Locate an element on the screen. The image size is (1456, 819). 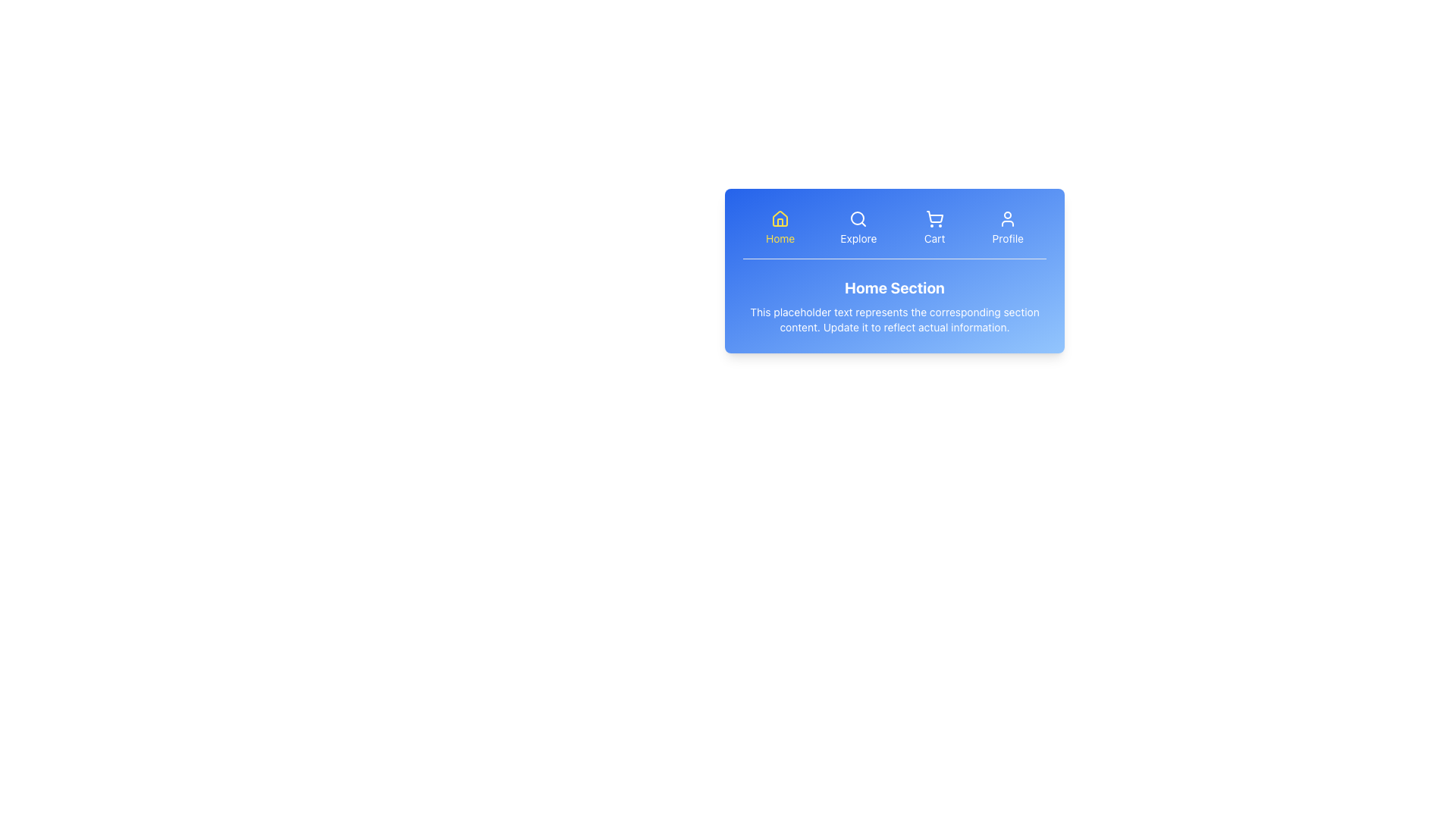
the 'Cart' button which is the third element from the left in the top section of the interface, adjacent to 'Explore' and 'Profile' is located at coordinates (934, 227).